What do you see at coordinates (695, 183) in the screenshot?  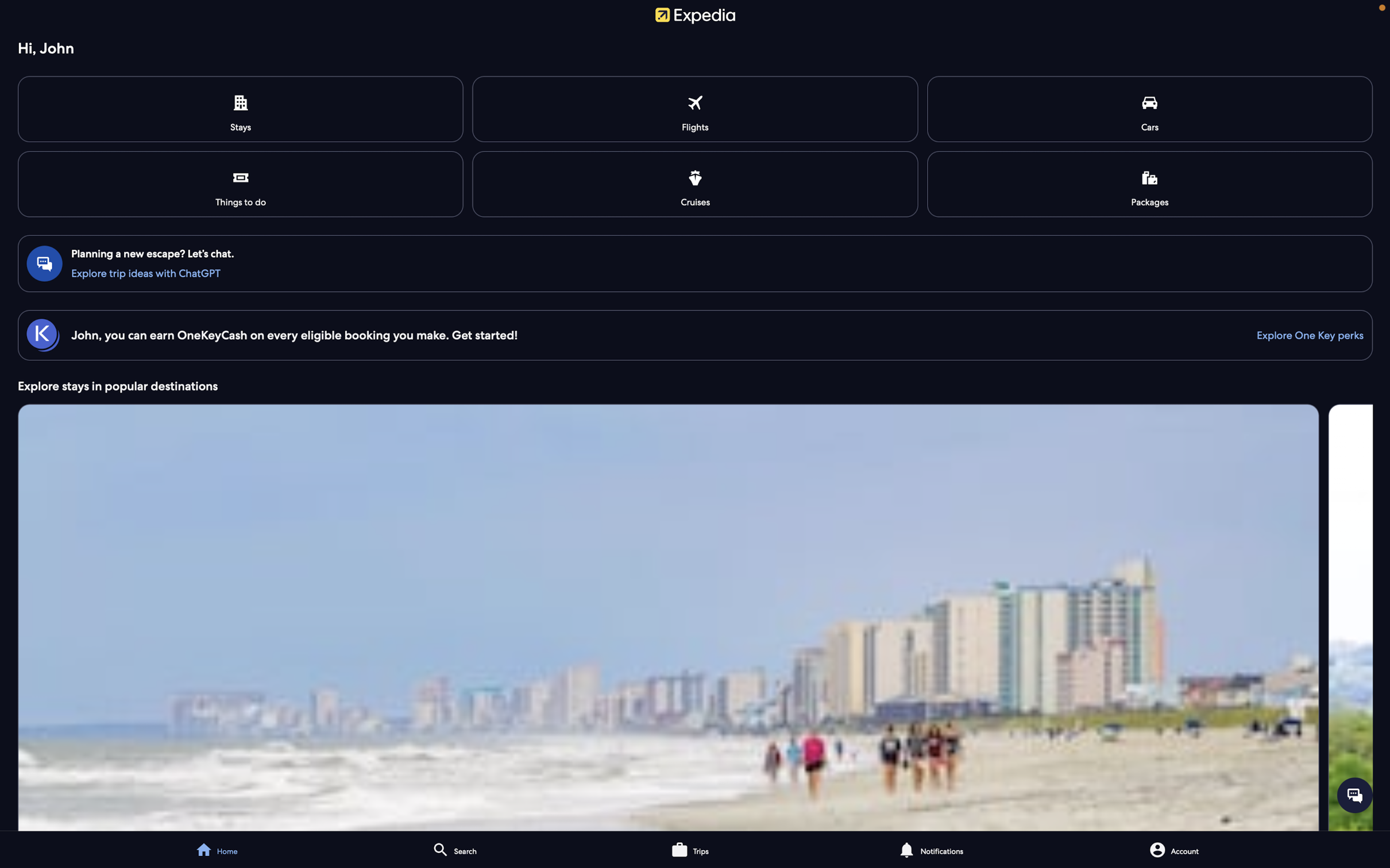 I see `Search and secure reservations for open cruise voyage spots` at bounding box center [695, 183].